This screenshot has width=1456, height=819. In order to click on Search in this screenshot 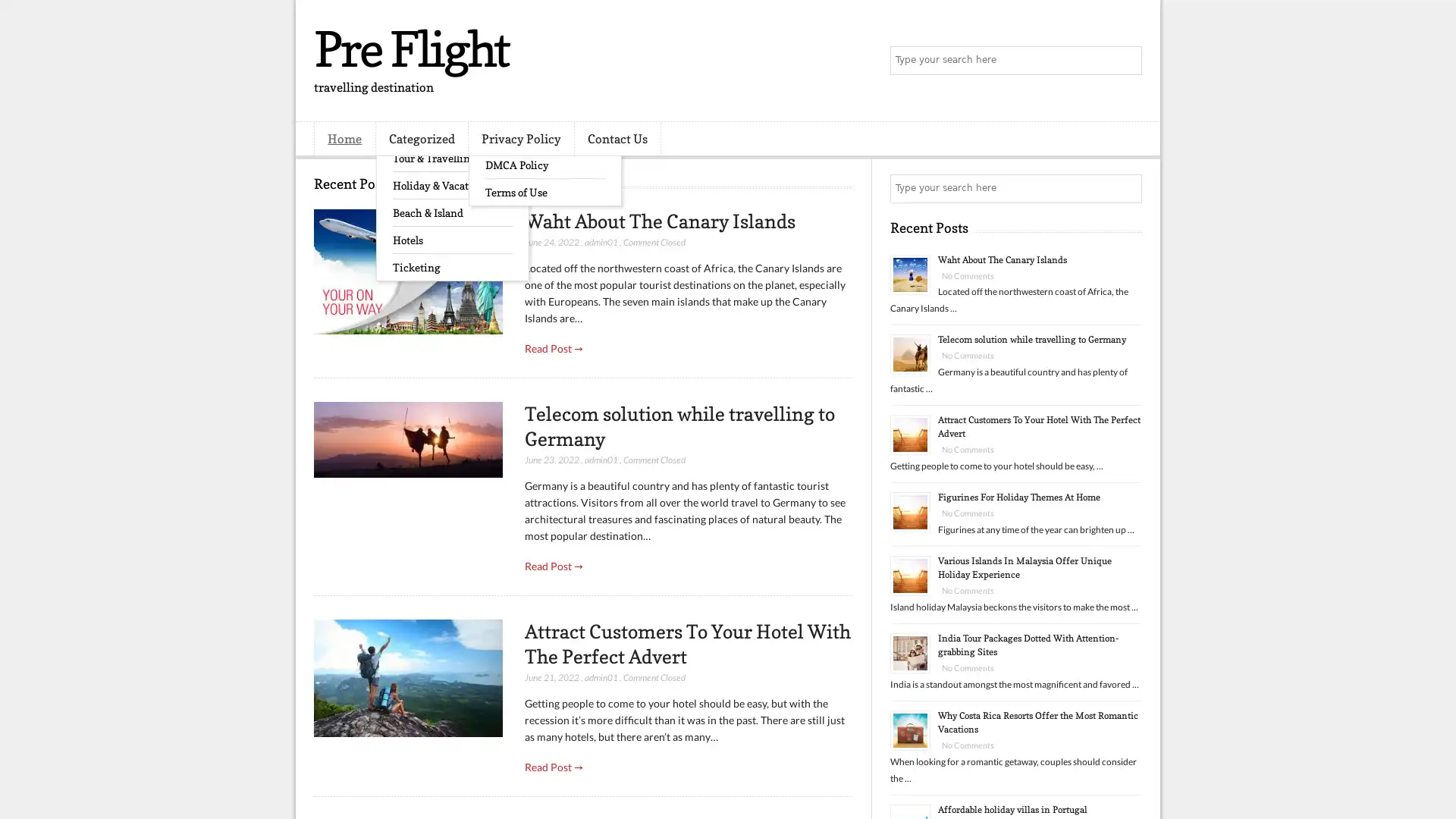, I will do `click(1126, 188)`.